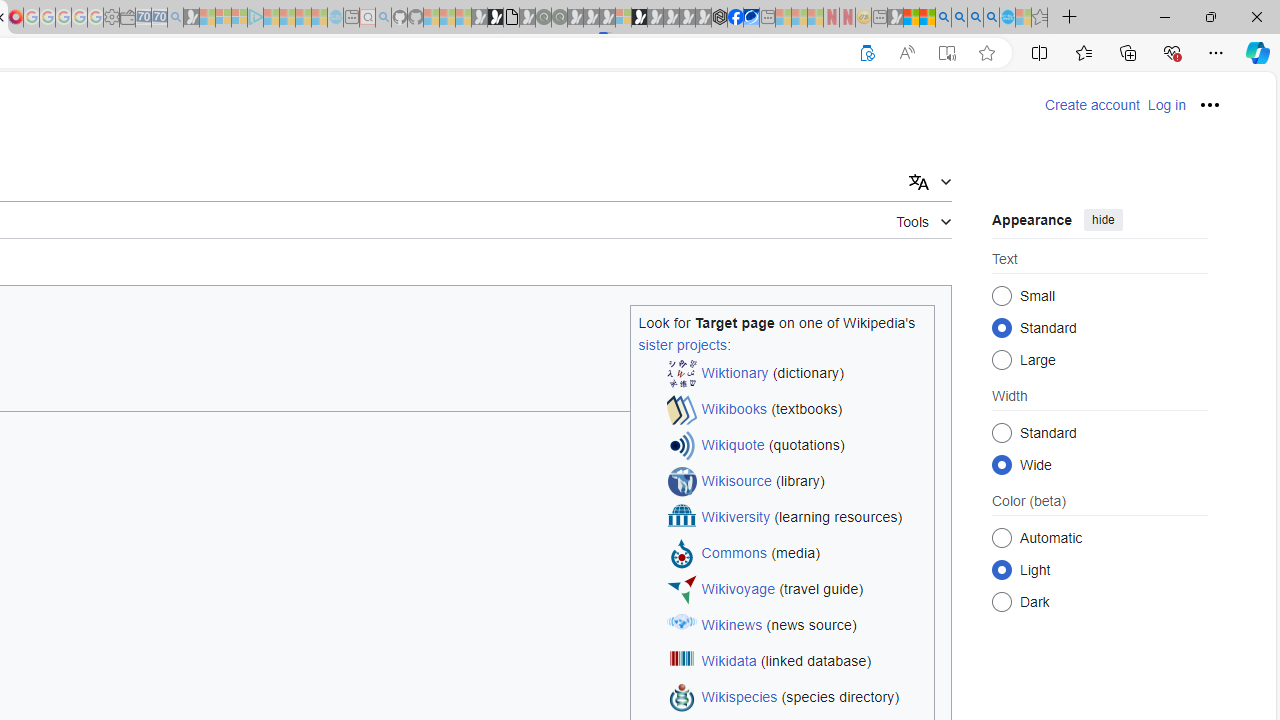 The height and width of the screenshot is (720, 1280). I want to click on 'Wiktionary', so click(734, 373).